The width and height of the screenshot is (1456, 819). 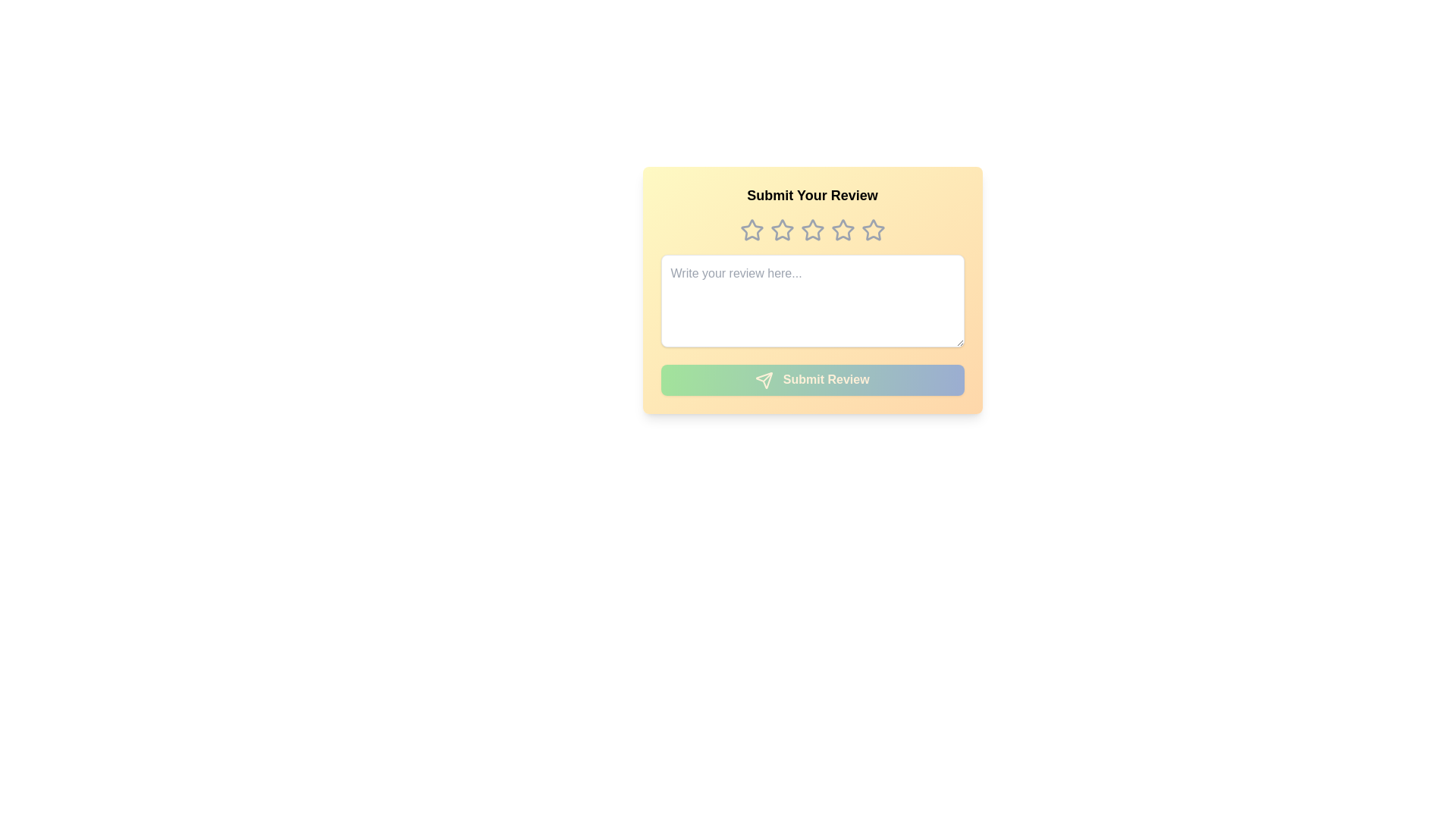 I want to click on the interactive rating component composed of five stars, which is located below the 'Submit Your Review' text, so click(x=811, y=231).